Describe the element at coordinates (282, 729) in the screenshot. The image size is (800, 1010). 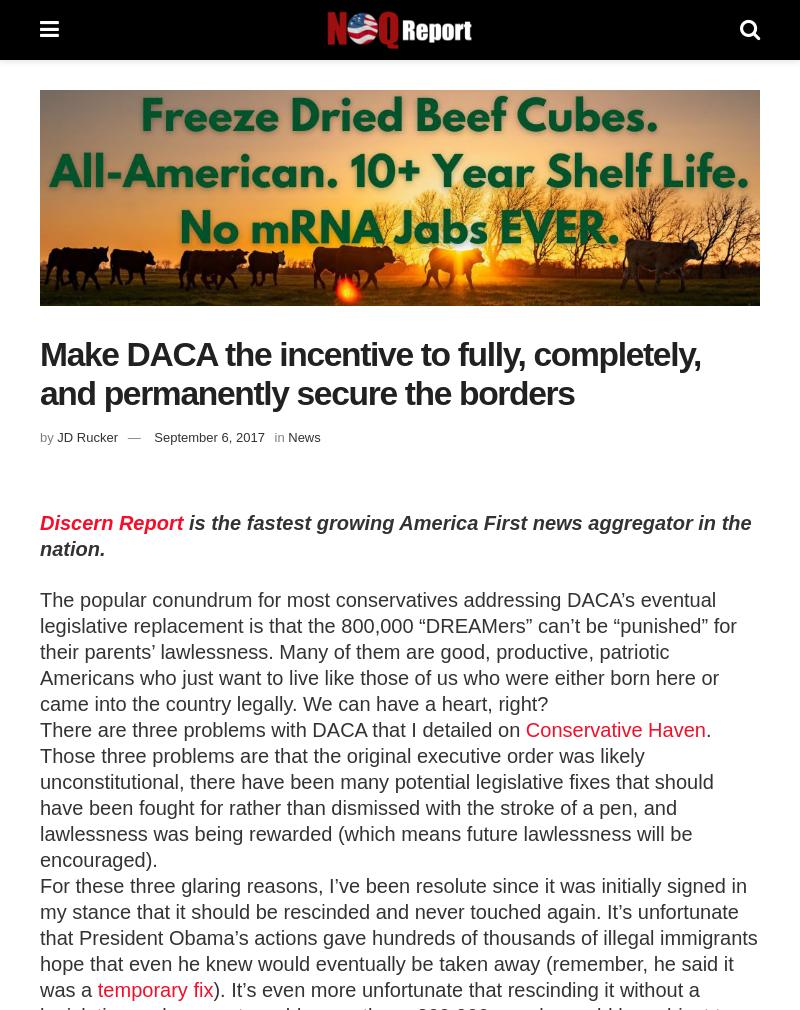
I see `'There are three problems with DACA that I detailed on'` at that location.